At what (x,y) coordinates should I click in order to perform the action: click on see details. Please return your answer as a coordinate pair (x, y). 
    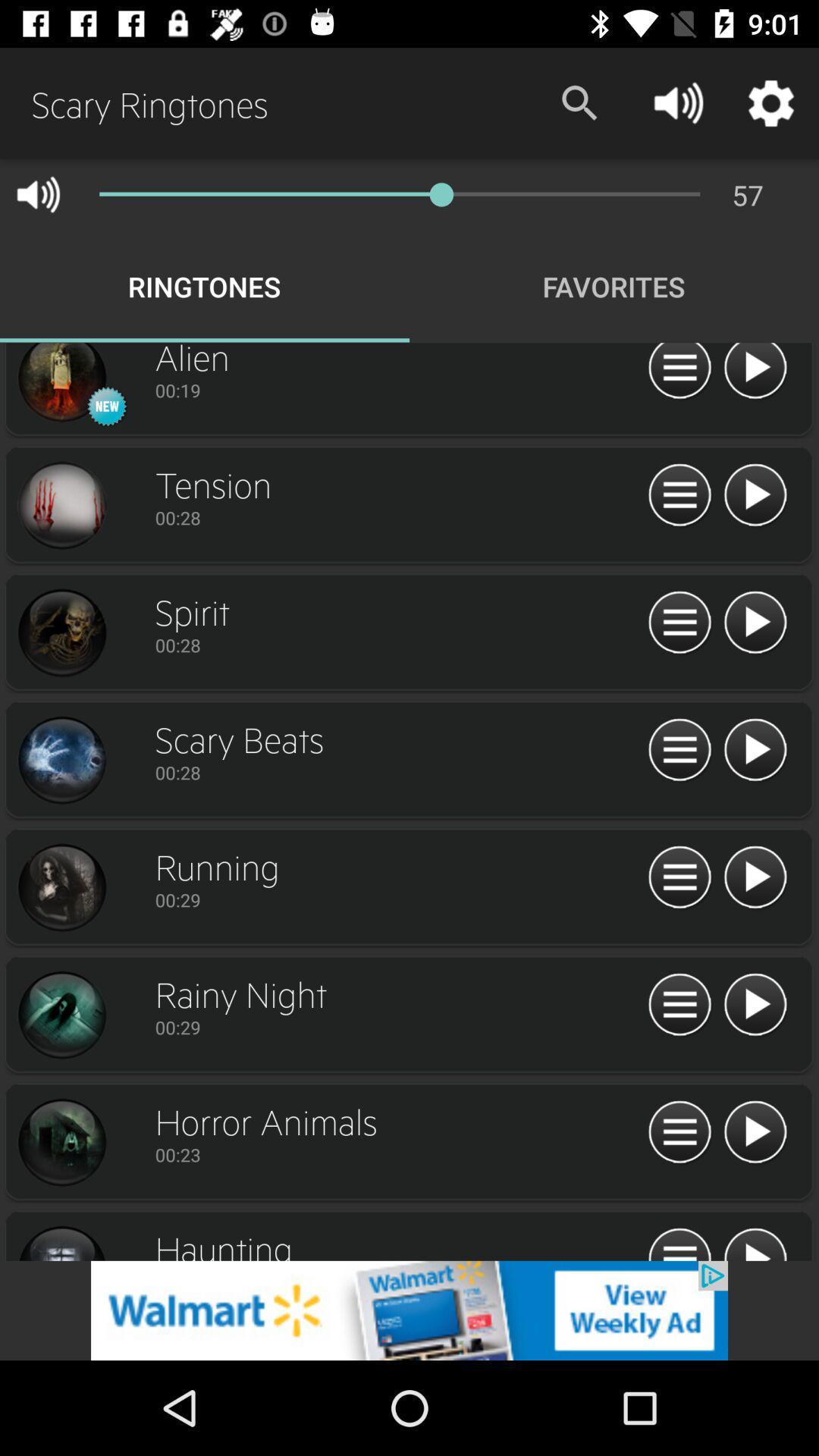
    Looking at the image, I should click on (679, 1005).